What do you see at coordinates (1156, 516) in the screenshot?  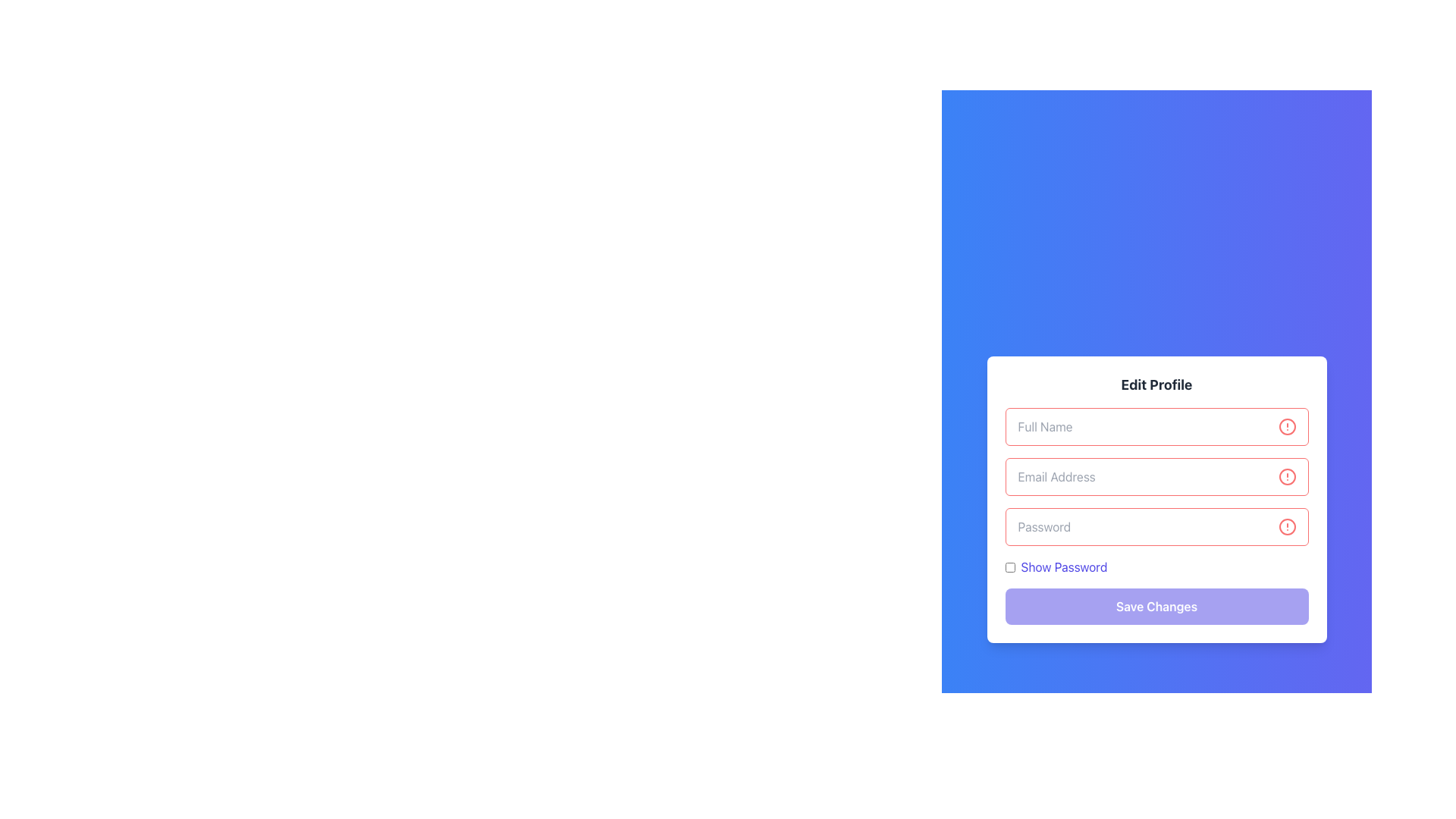 I see `the 'Password' text input field with a red border, which displays an error state` at bounding box center [1156, 516].